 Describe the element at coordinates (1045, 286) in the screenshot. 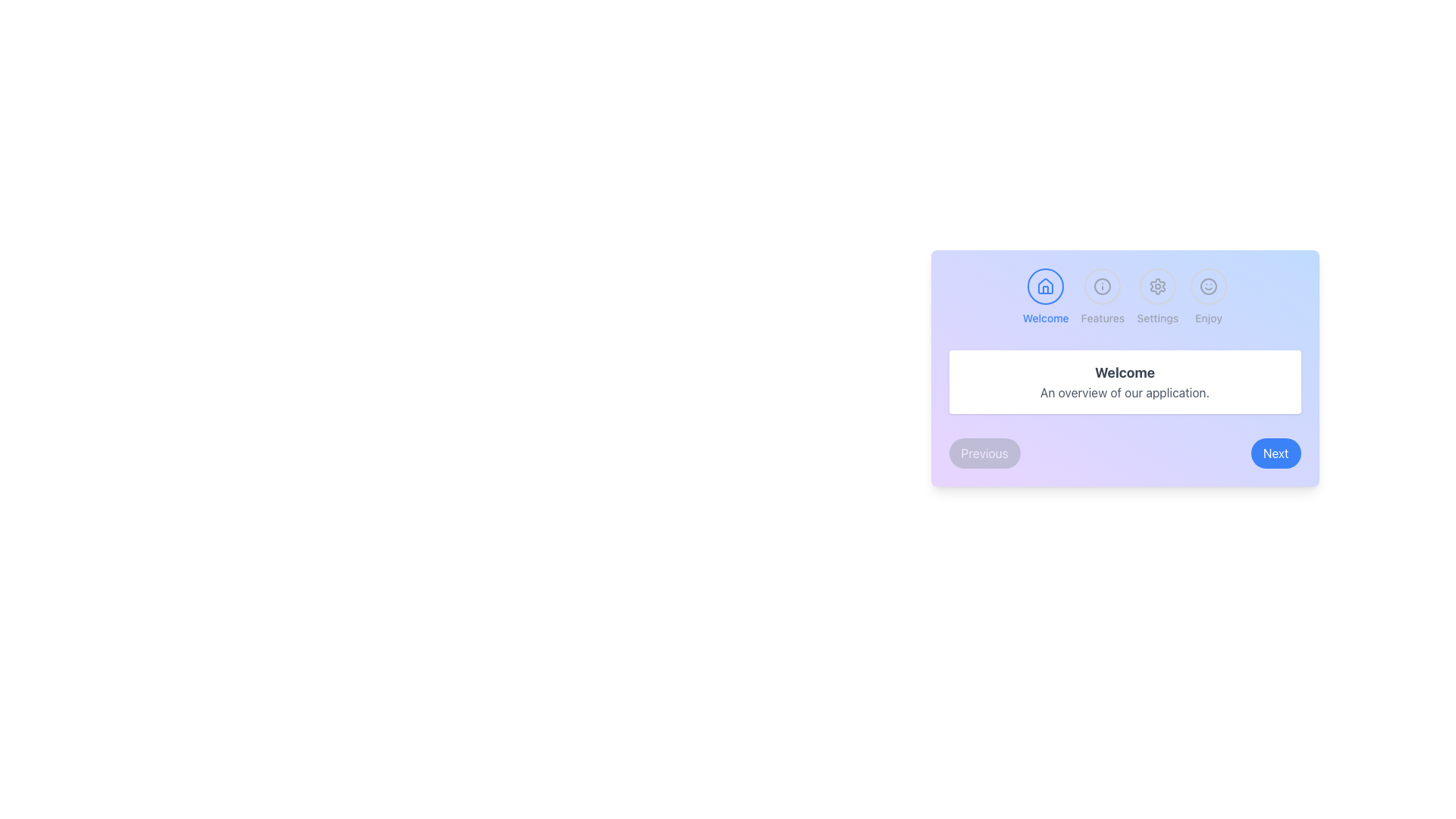

I see `the house-shaped icon within the 'Welcome' button located at the top-left corner of the navigation bar` at that location.